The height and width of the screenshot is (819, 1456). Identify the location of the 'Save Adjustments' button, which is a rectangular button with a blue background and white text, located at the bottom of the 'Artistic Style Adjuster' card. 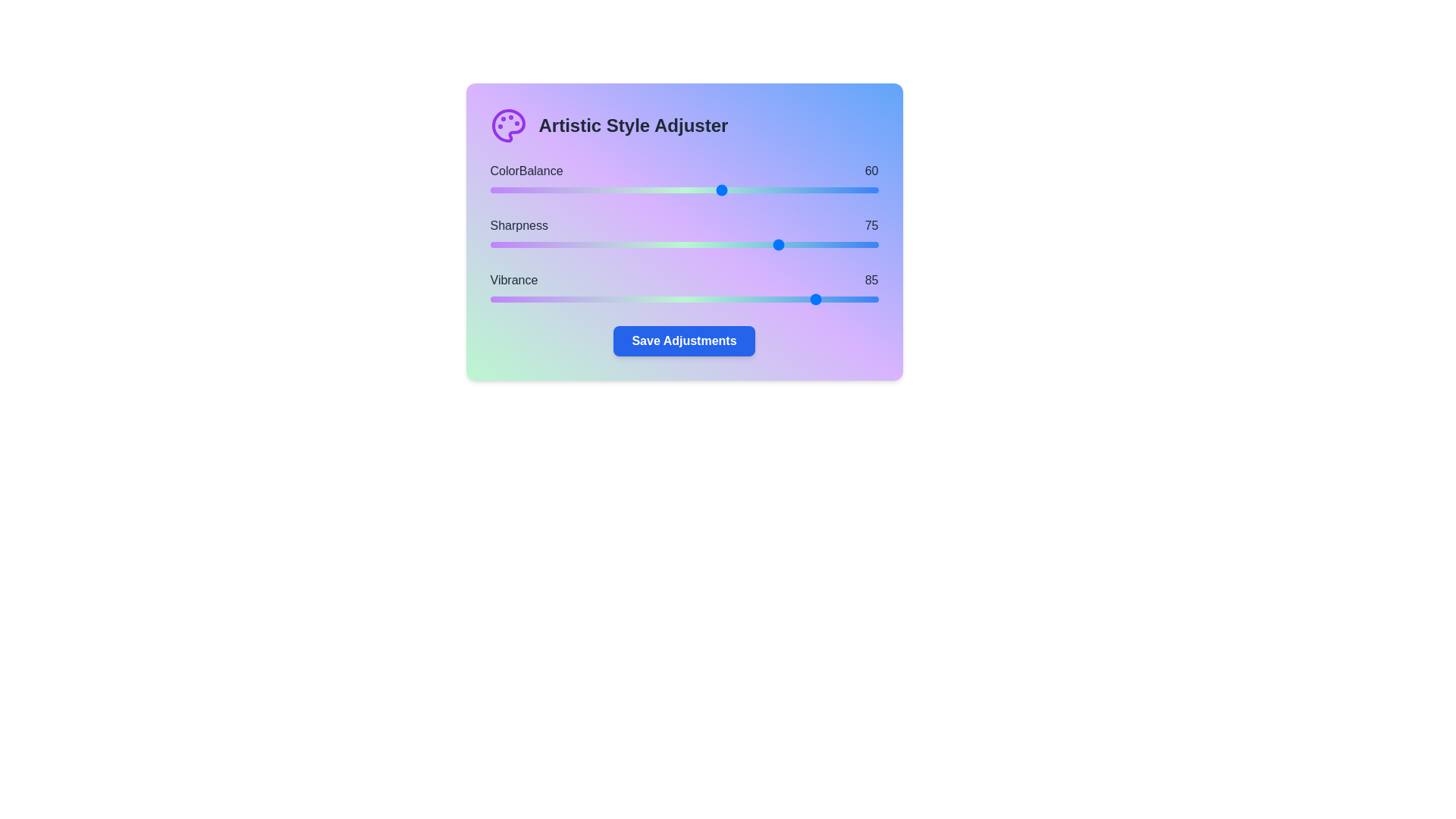
(683, 341).